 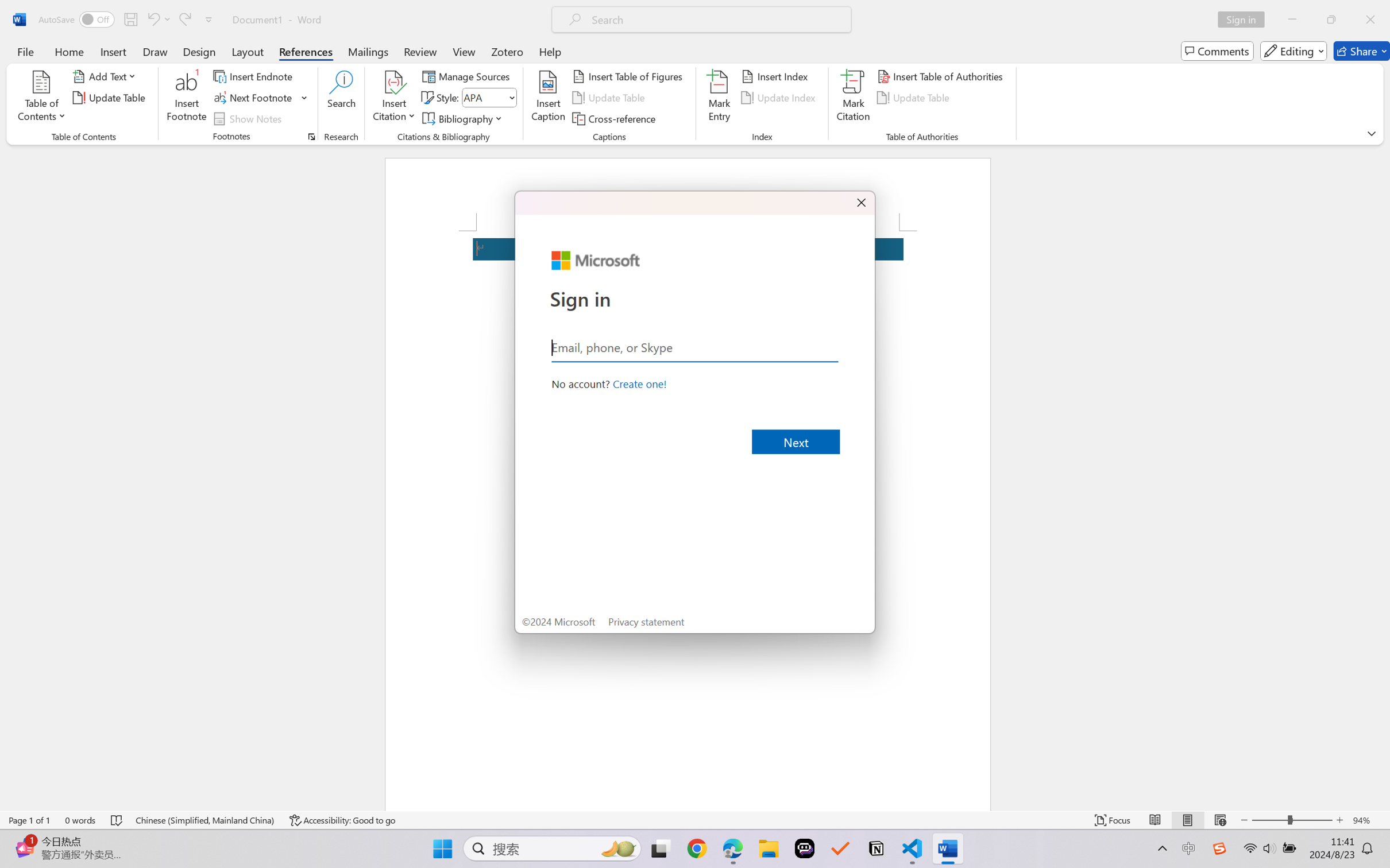 What do you see at coordinates (852, 98) in the screenshot?
I see `'Mark Citation...'` at bounding box center [852, 98].